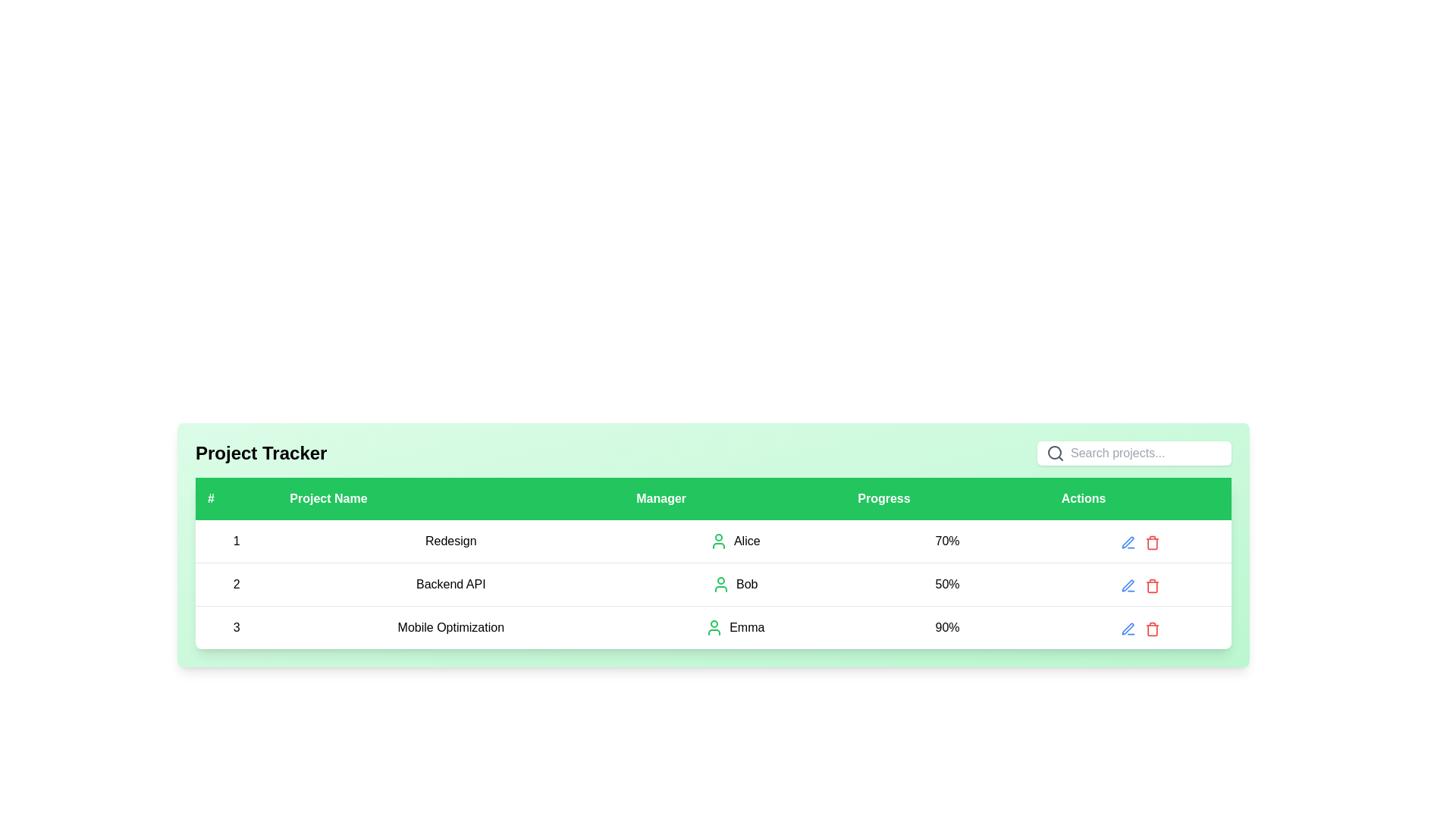 The image size is (1456, 819). Describe the element at coordinates (735, 584) in the screenshot. I see `the Text with icon (Label) that displays 'Bob' in the 'Manager' column of the second row in the table` at that location.